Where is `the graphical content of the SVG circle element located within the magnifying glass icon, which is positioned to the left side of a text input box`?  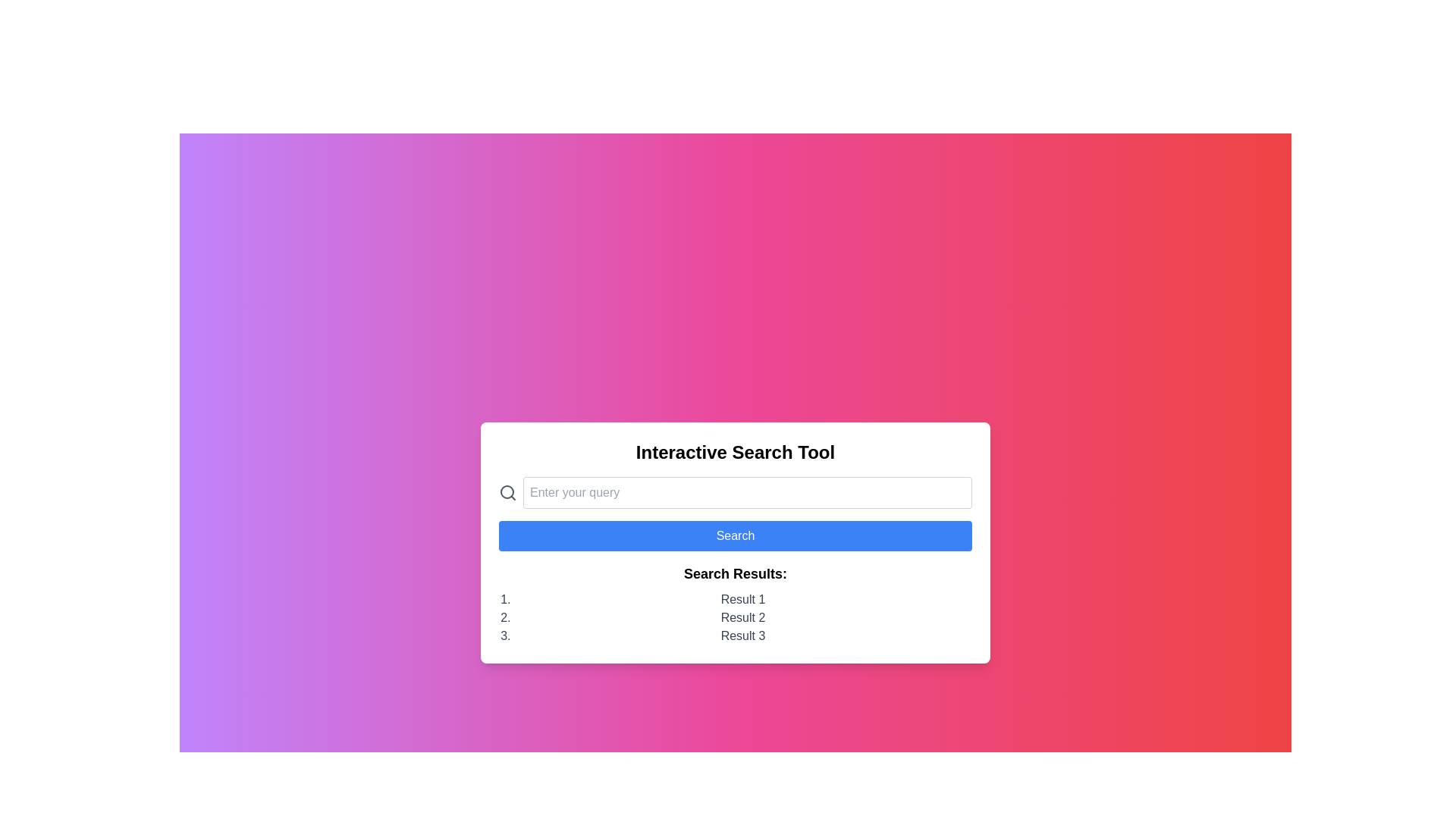 the graphical content of the SVG circle element located within the magnifying glass icon, which is positioned to the left side of a text input box is located at coordinates (507, 491).